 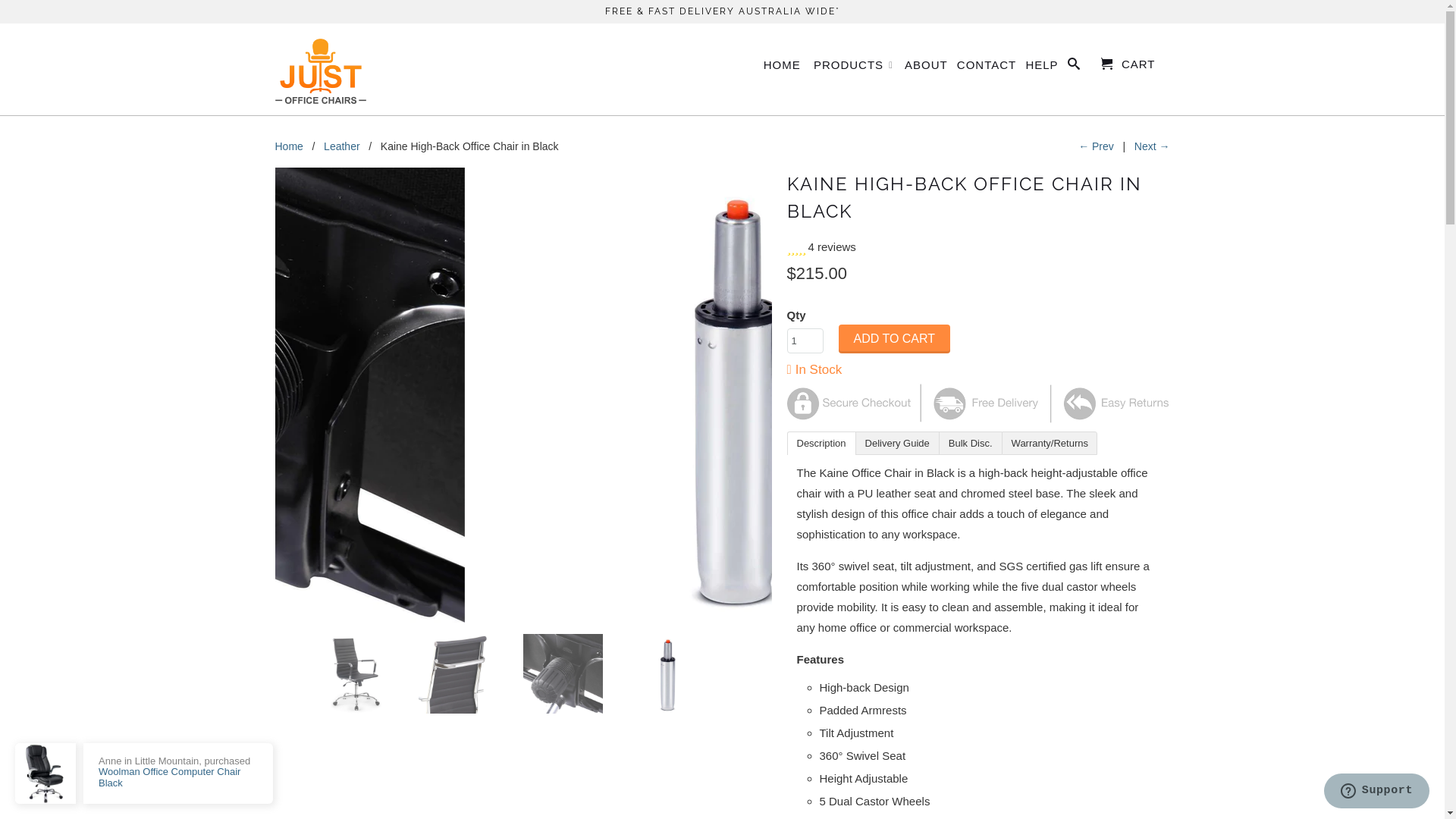 What do you see at coordinates (969, 443) in the screenshot?
I see `'Bulk Disc.'` at bounding box center [969, 443].